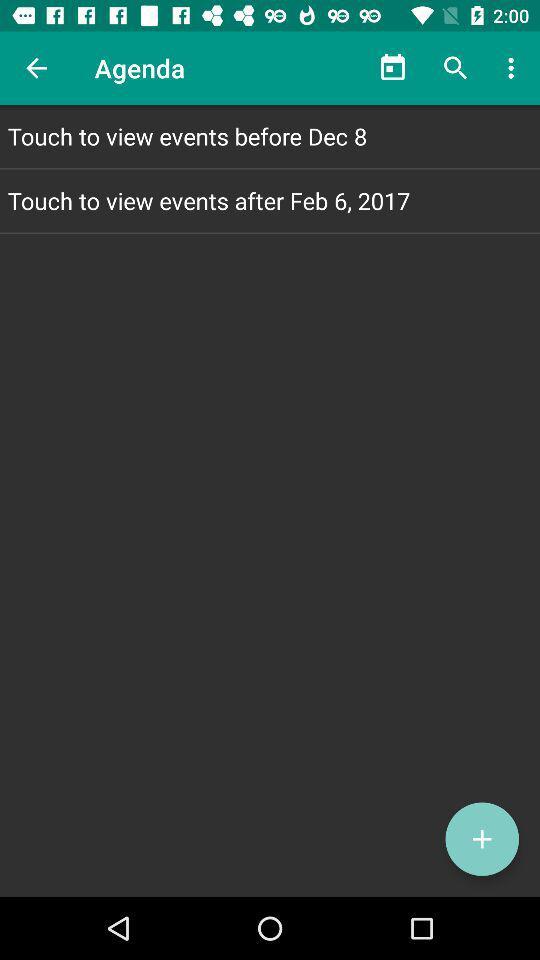  What do you see at coordinates (481, 839) in the screenshot?
I see `item at the bottom right corner` at bounding box center [481, 839].